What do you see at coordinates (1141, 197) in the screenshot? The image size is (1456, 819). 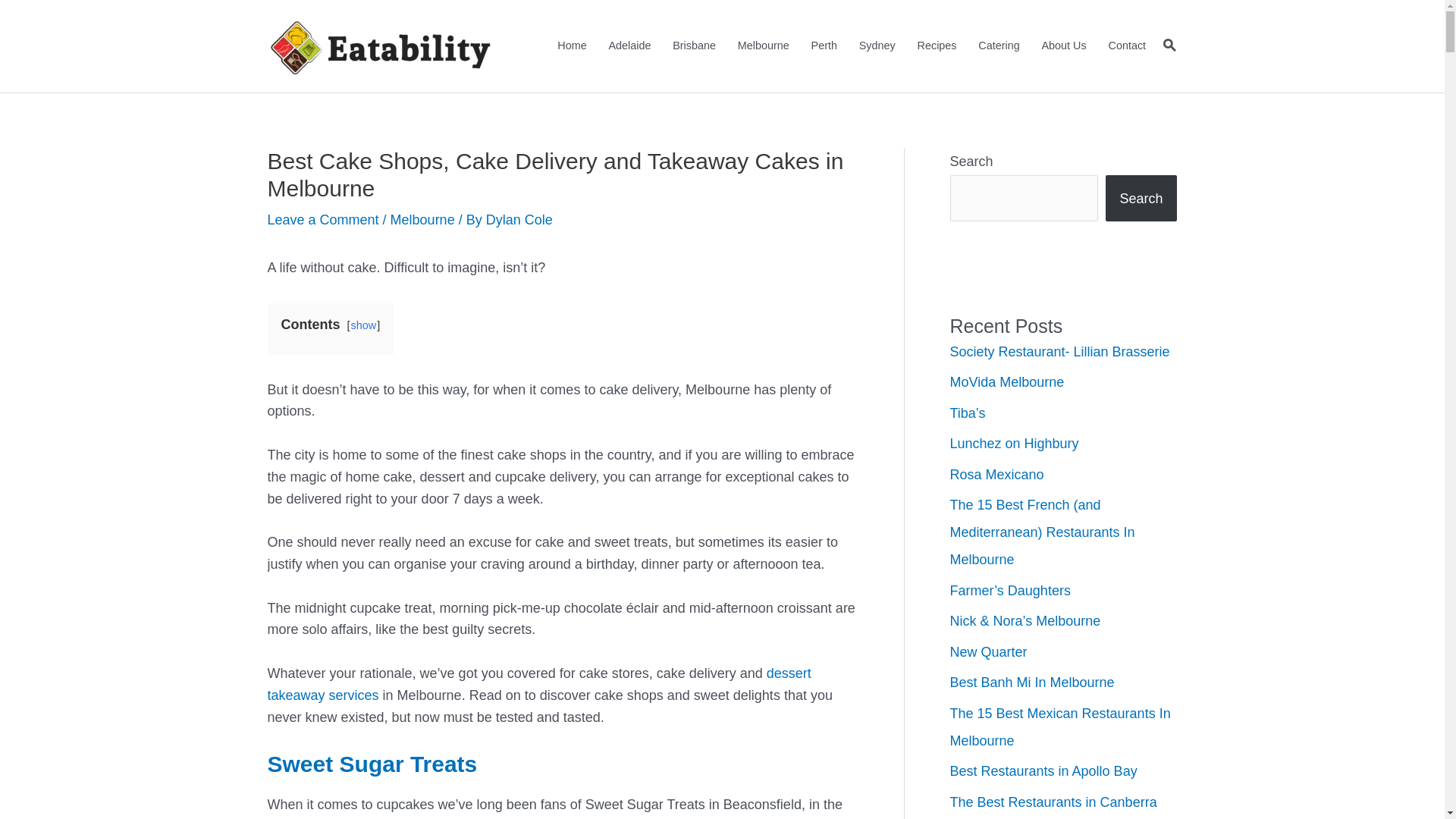 I see `'Search'` at bounding box center [1141, 197].